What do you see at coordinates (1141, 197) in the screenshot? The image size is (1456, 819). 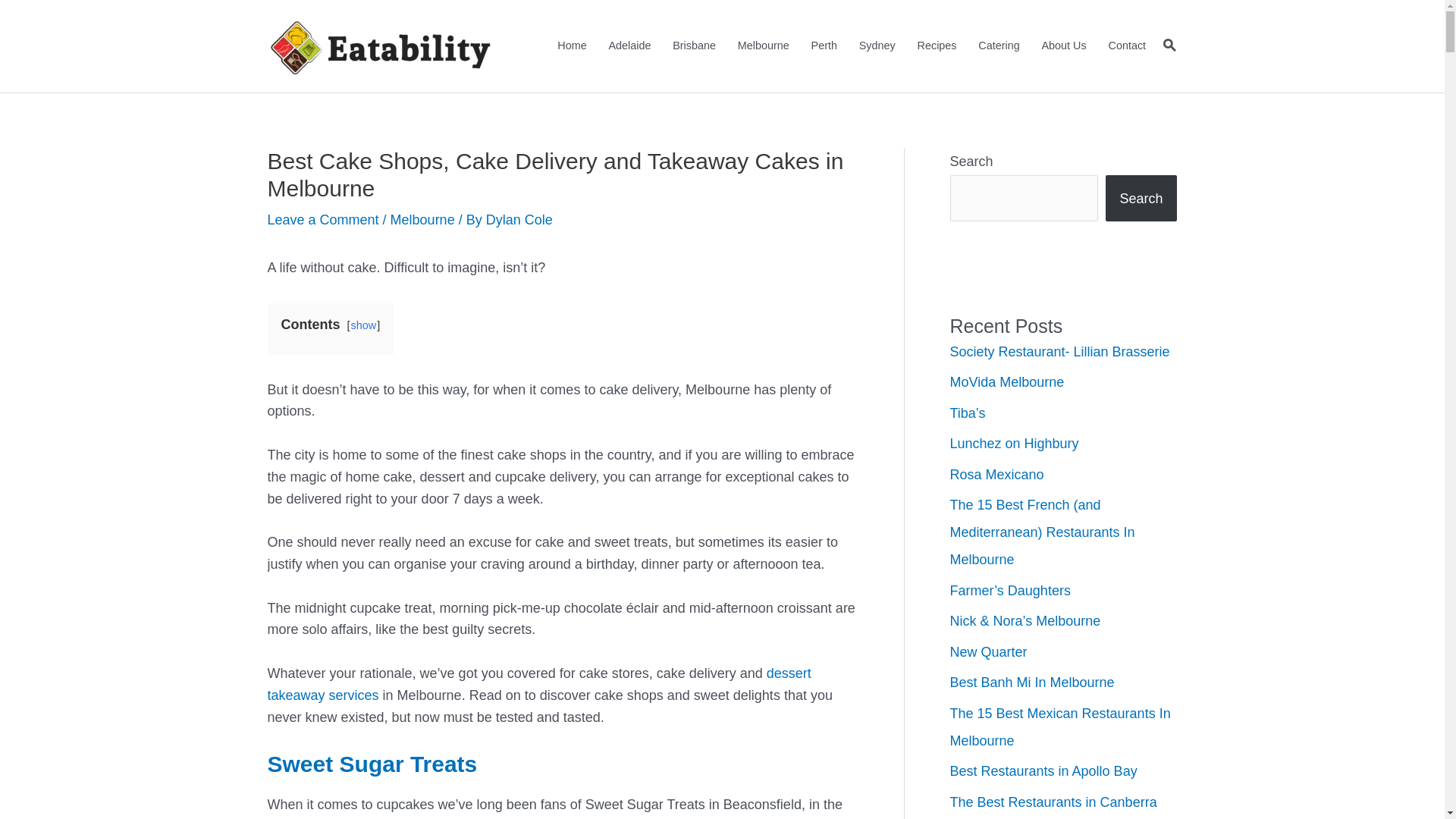 I see `'Search'` at bounding box center [1141, 197].